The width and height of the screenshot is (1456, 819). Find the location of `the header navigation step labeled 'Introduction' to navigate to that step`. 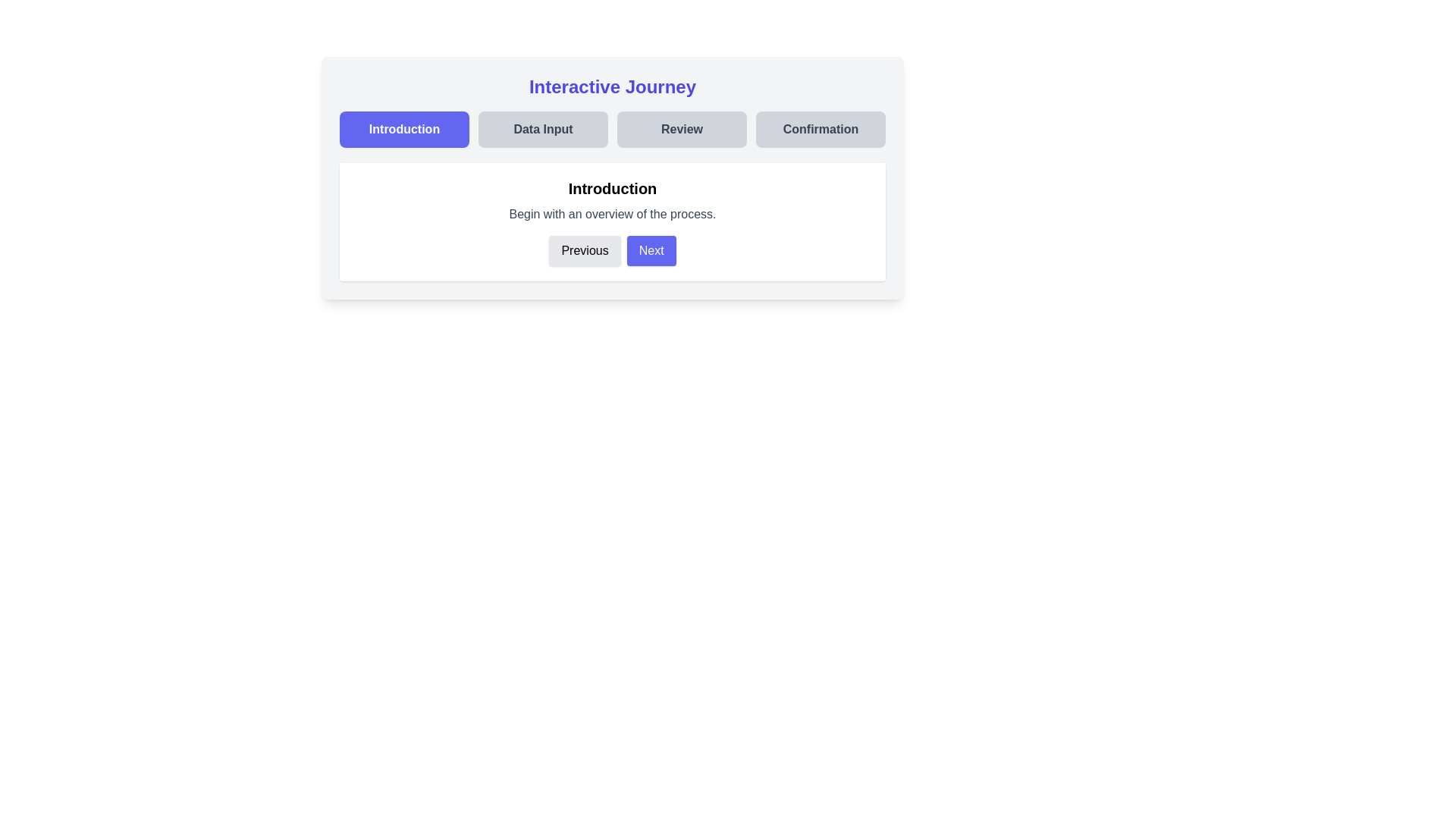

the header navigation step labeled 'Introduction' to navigate to that step is located at coordinates (404, 128).